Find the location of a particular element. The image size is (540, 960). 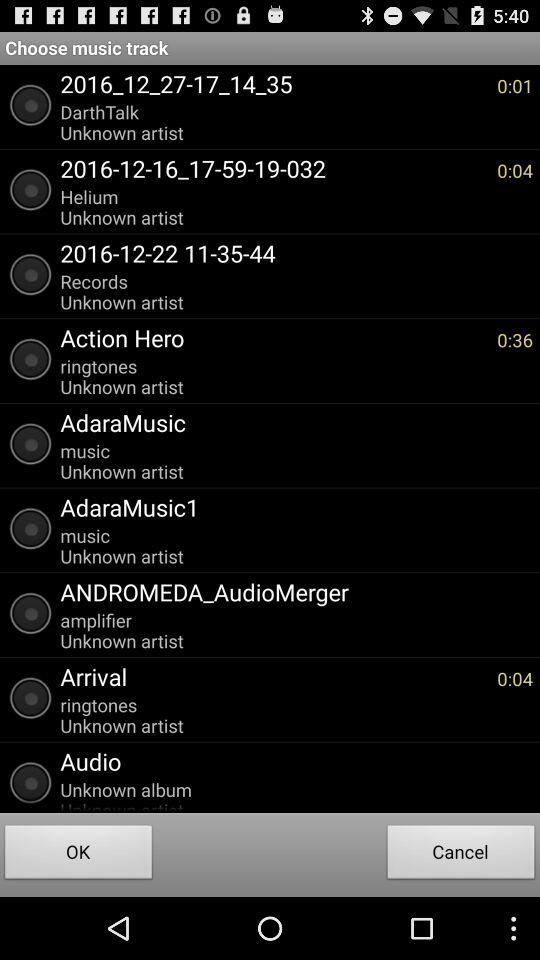

the app next to the 0:36 is located at coordinates (272, 337).